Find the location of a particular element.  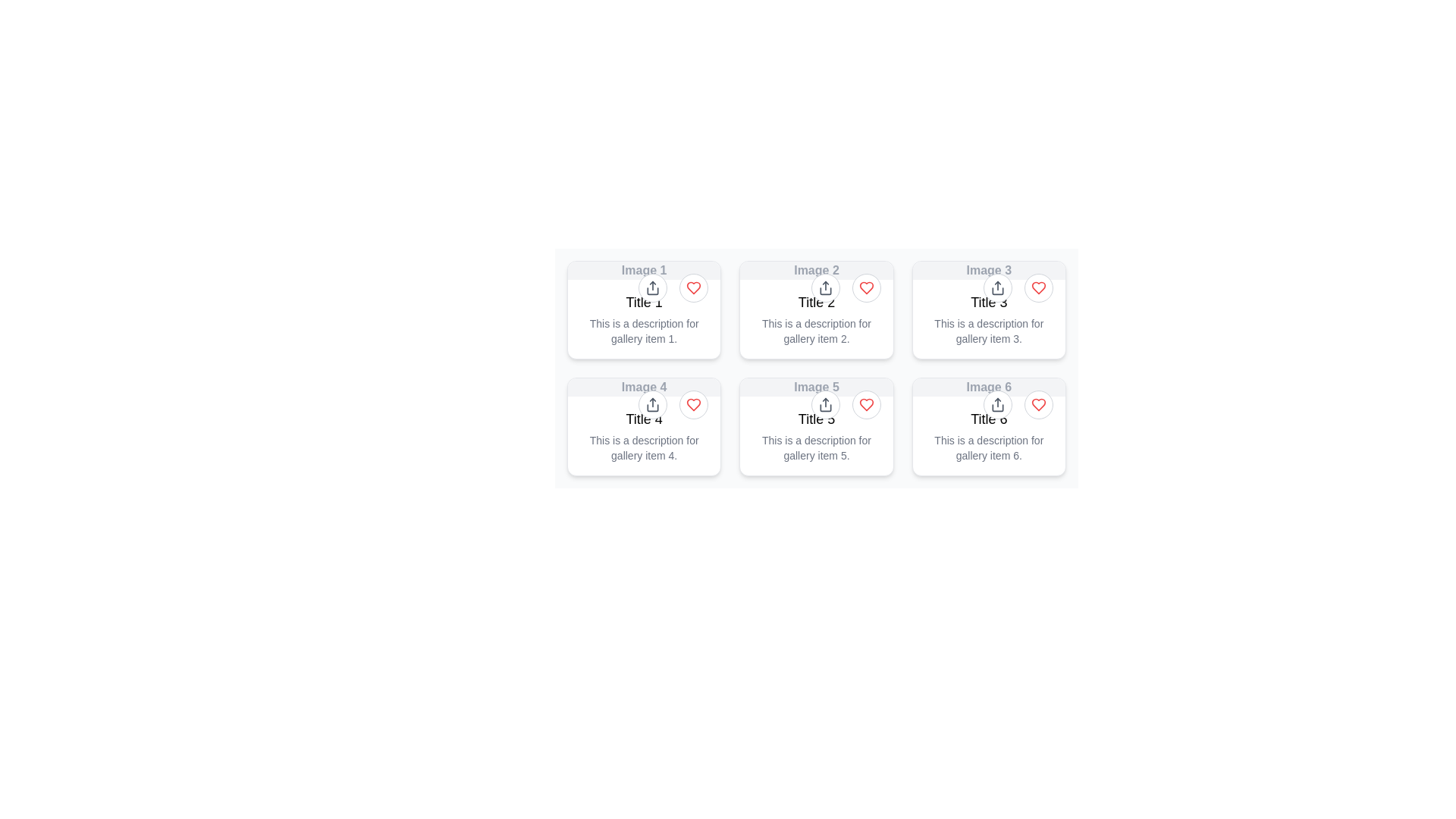

the text label reading 'Image 1' which is styled in gray and located at the upper left corner of the first card in a 2-row, 3-column grid is located at coordinates (644, 270).